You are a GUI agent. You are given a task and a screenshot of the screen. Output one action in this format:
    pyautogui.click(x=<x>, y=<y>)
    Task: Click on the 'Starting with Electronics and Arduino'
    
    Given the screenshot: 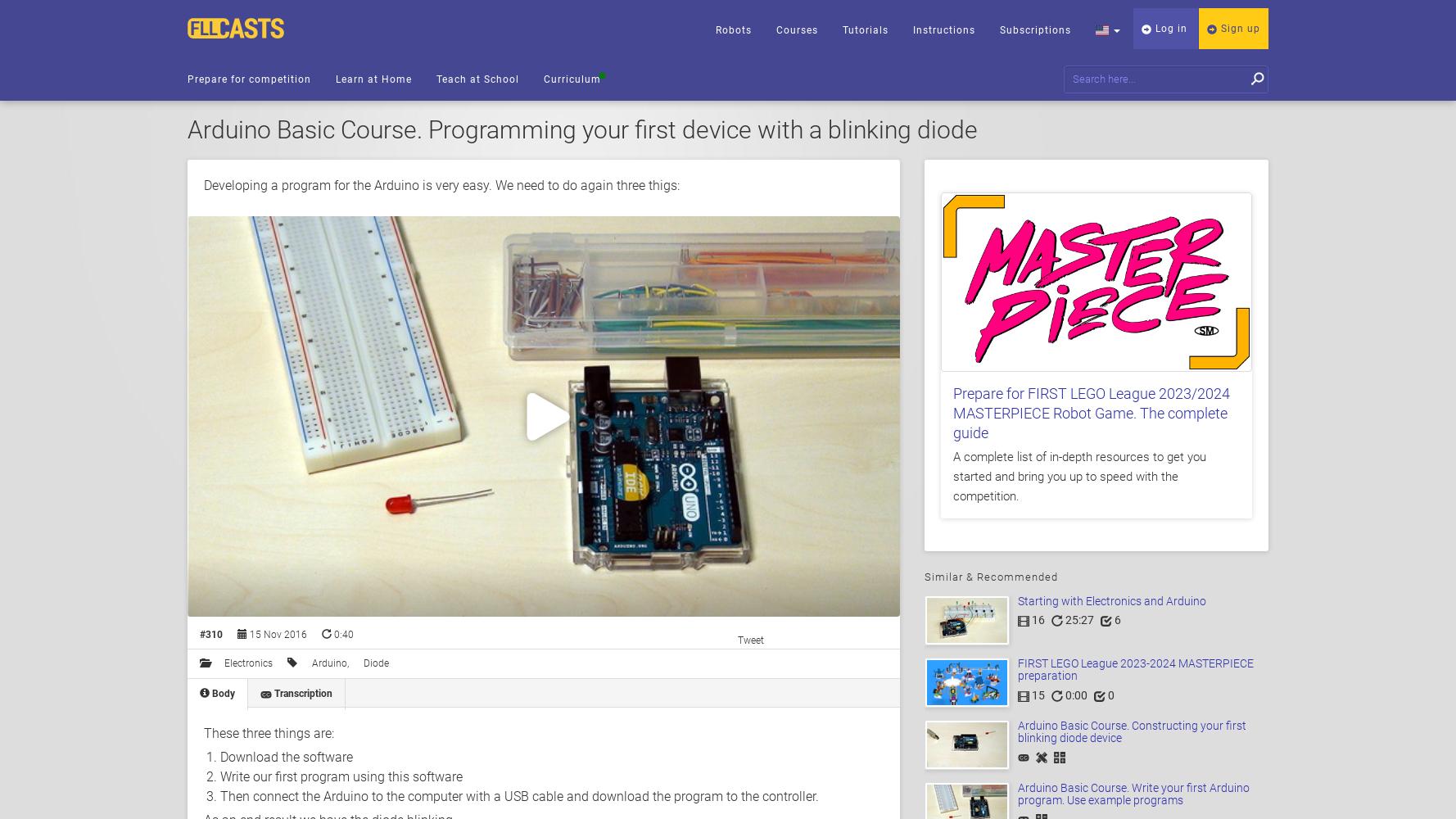 What is the action you would take?
    pyautogui.click(x=1111, y=600)
    